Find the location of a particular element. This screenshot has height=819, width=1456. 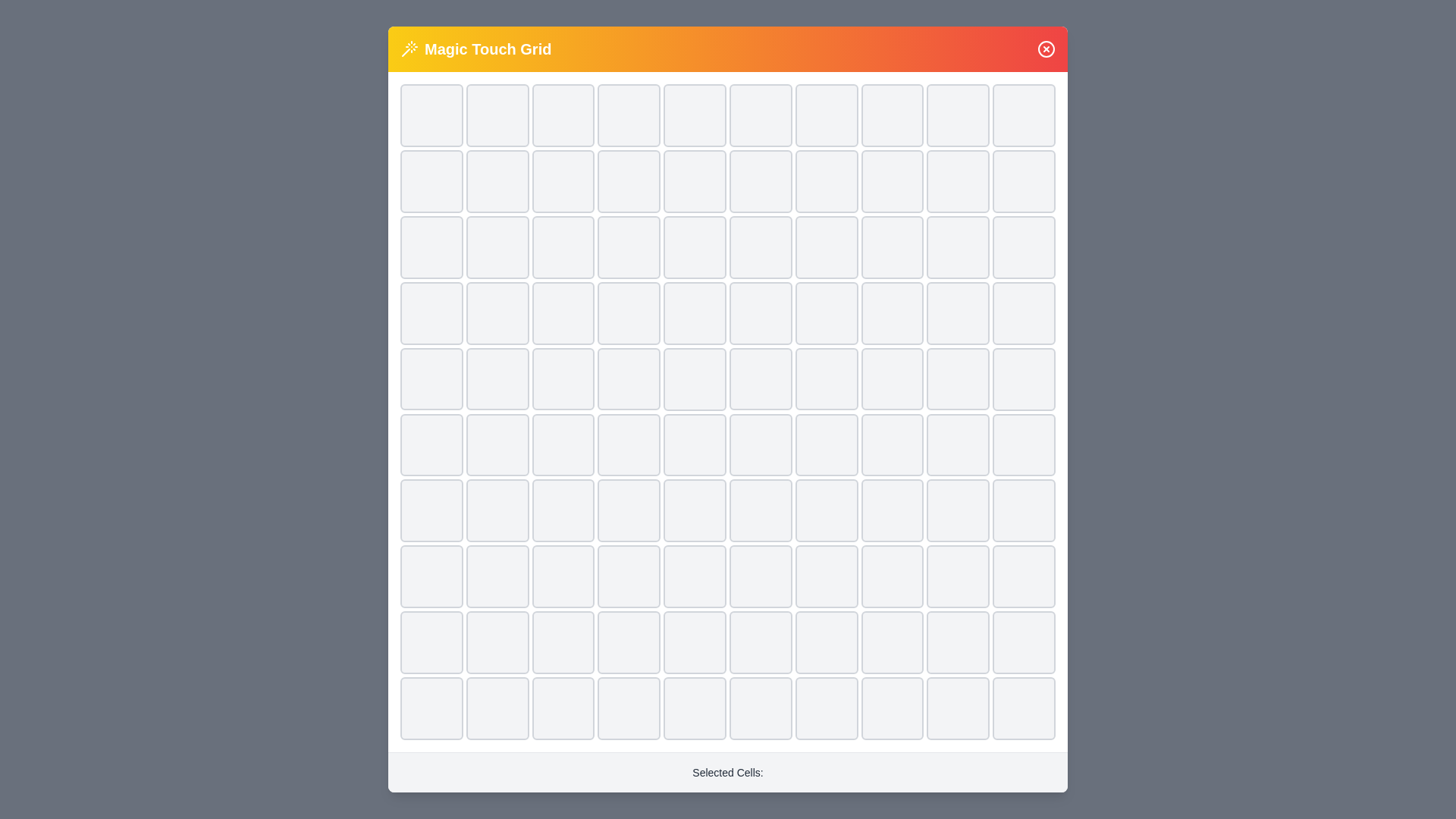

the close button in the header to close the dialog is located at coordinates (1046, 49).